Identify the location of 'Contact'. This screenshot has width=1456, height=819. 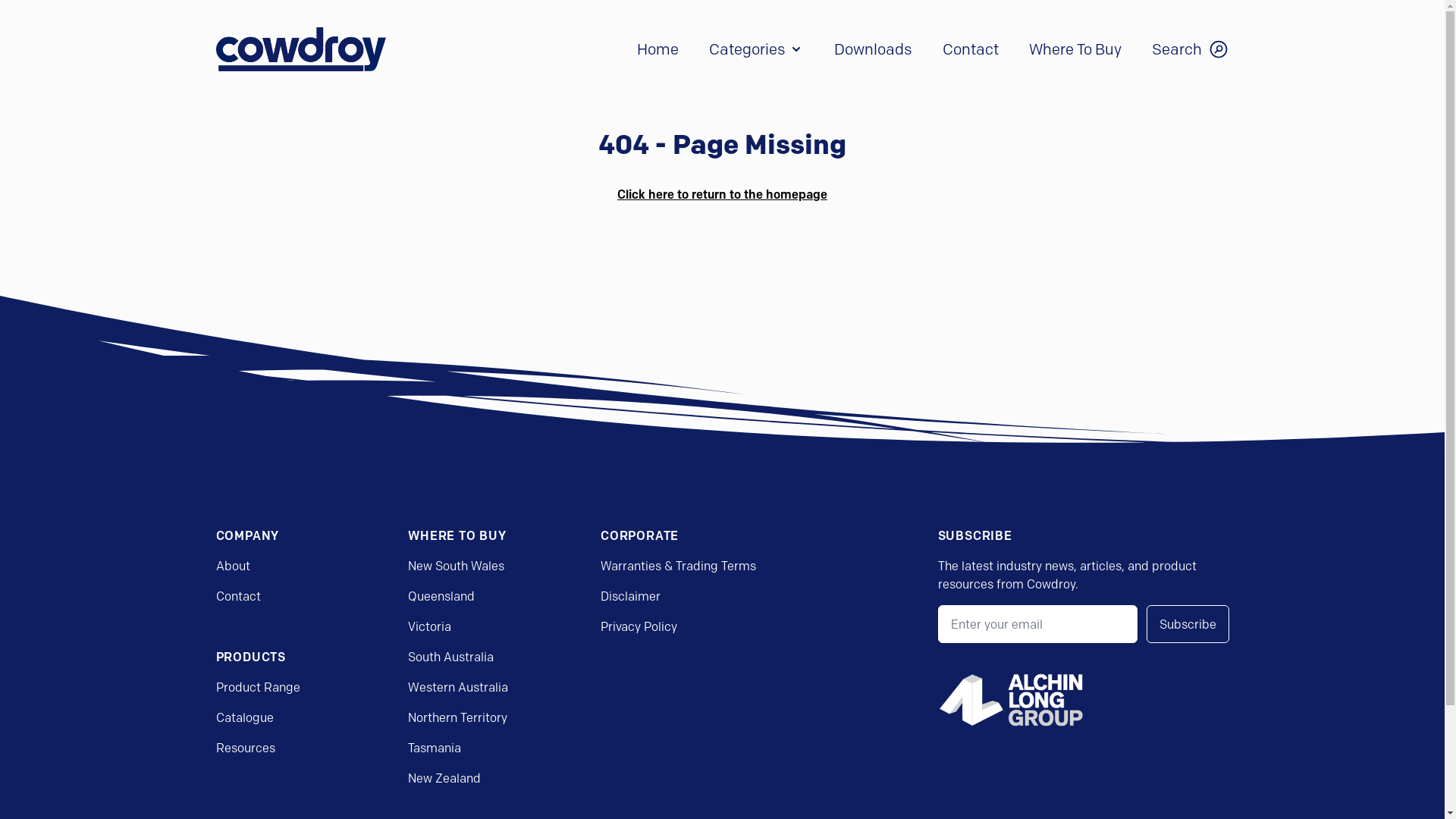
(237, 595).